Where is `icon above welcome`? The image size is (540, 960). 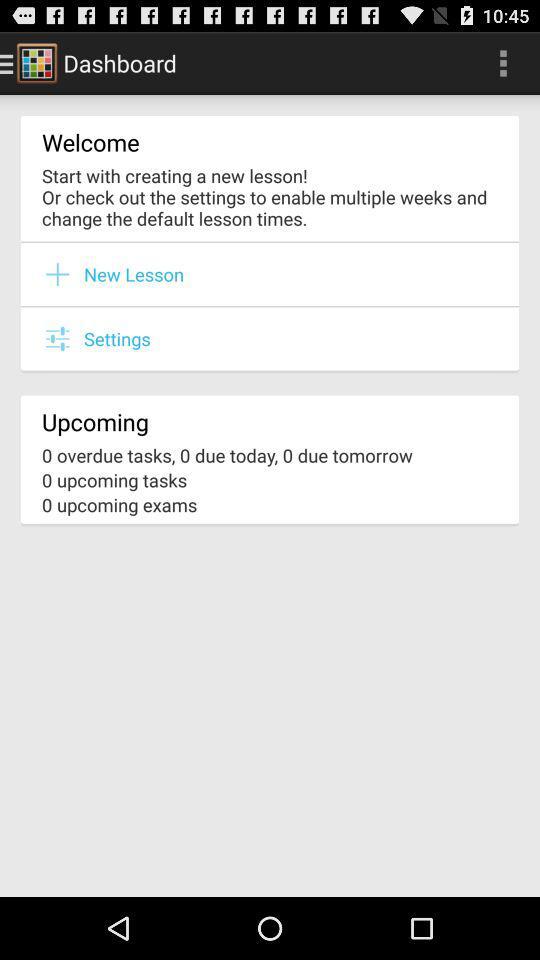
icon above welcome is located at coordinates (502, 62).